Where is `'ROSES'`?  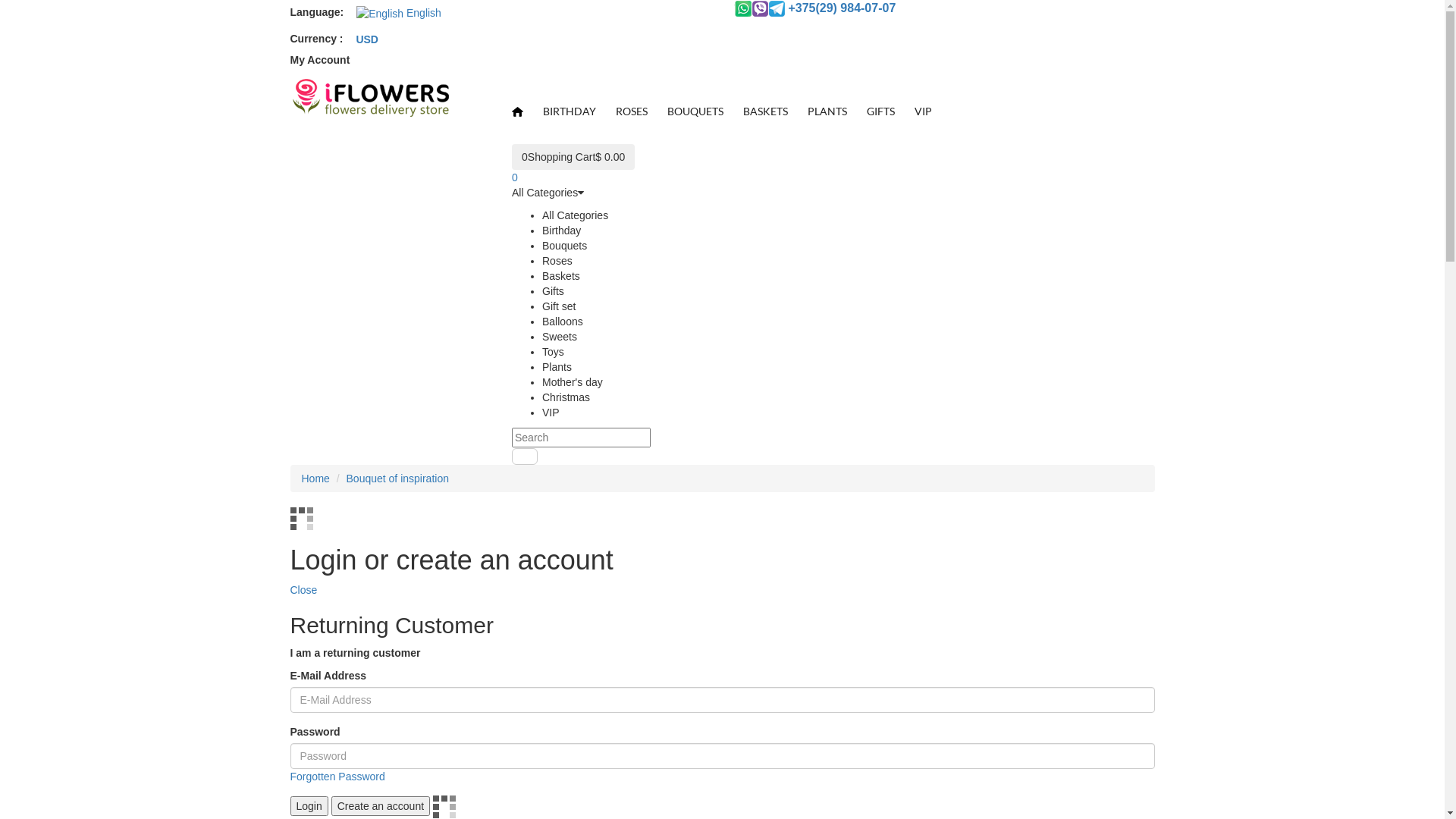
'ROSES' is located at coordinates (632, 110).